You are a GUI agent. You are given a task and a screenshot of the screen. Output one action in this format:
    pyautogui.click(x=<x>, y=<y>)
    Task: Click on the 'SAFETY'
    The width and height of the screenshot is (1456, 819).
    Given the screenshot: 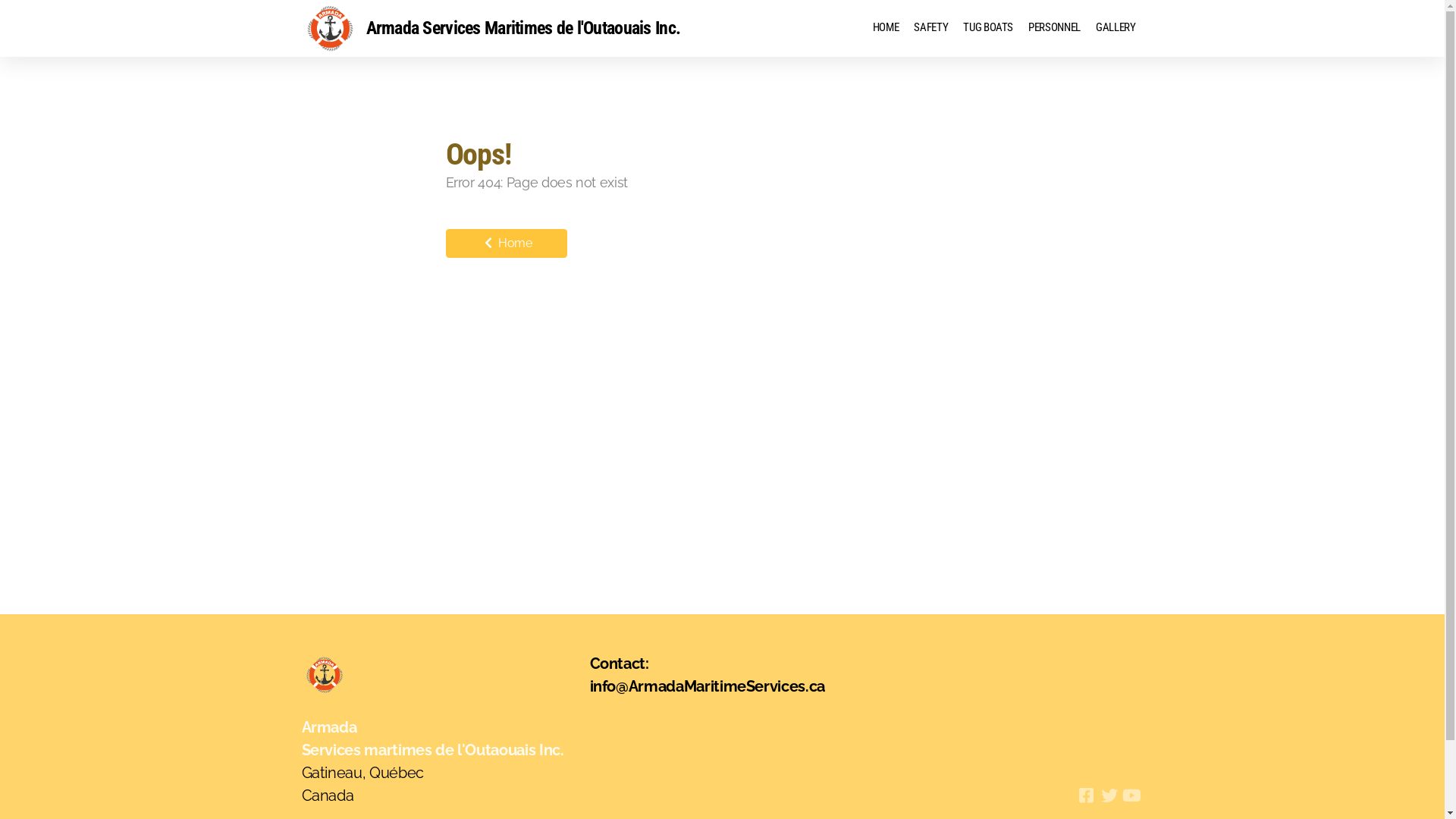 What is the action you would take?
    pyautogui.click(x=930, y=28)
    